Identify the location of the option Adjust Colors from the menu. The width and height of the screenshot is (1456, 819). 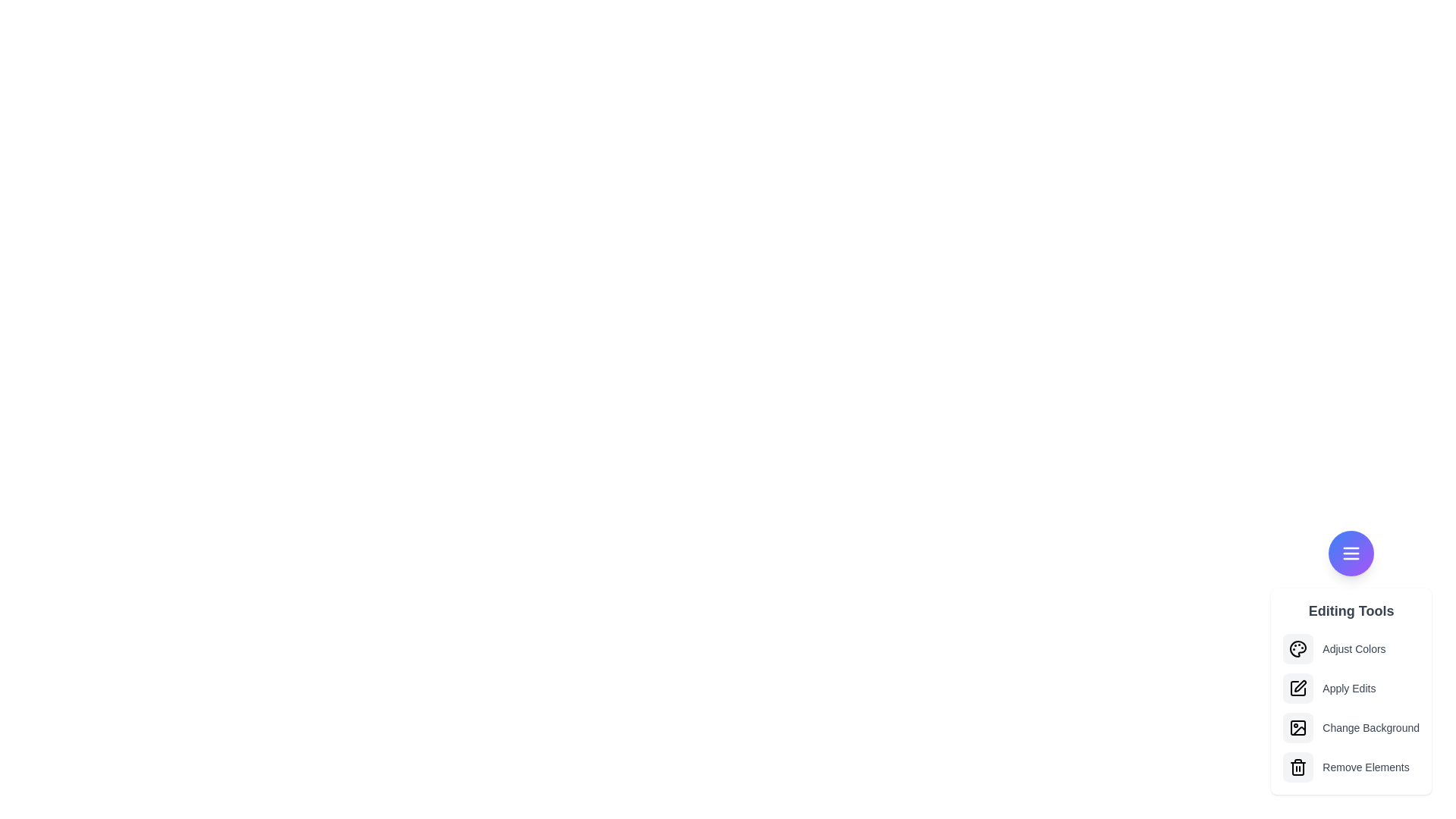
(1298, 648).